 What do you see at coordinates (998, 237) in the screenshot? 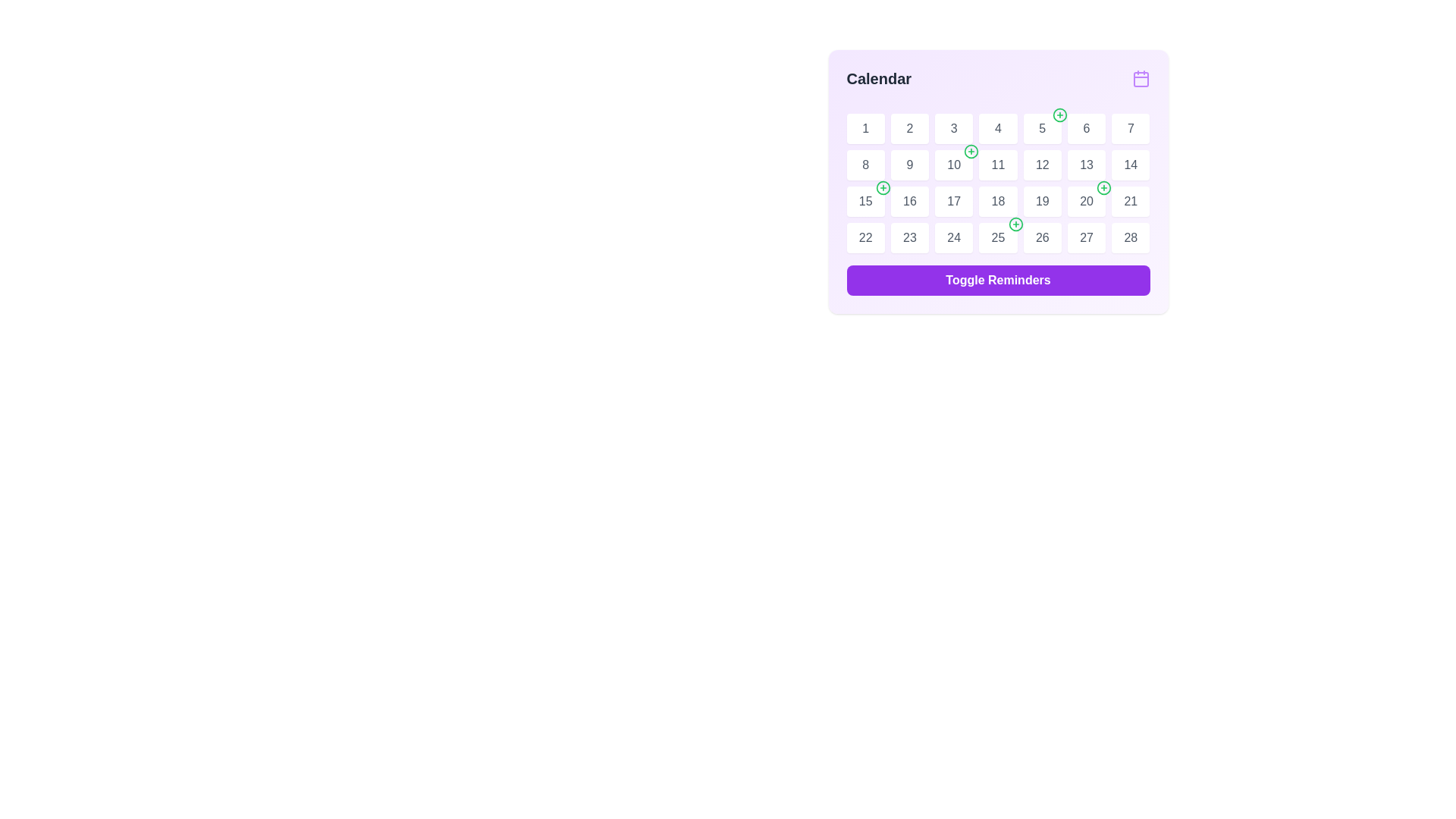
I see `the 25th calendar date tile` at bounding box center [998, 237].